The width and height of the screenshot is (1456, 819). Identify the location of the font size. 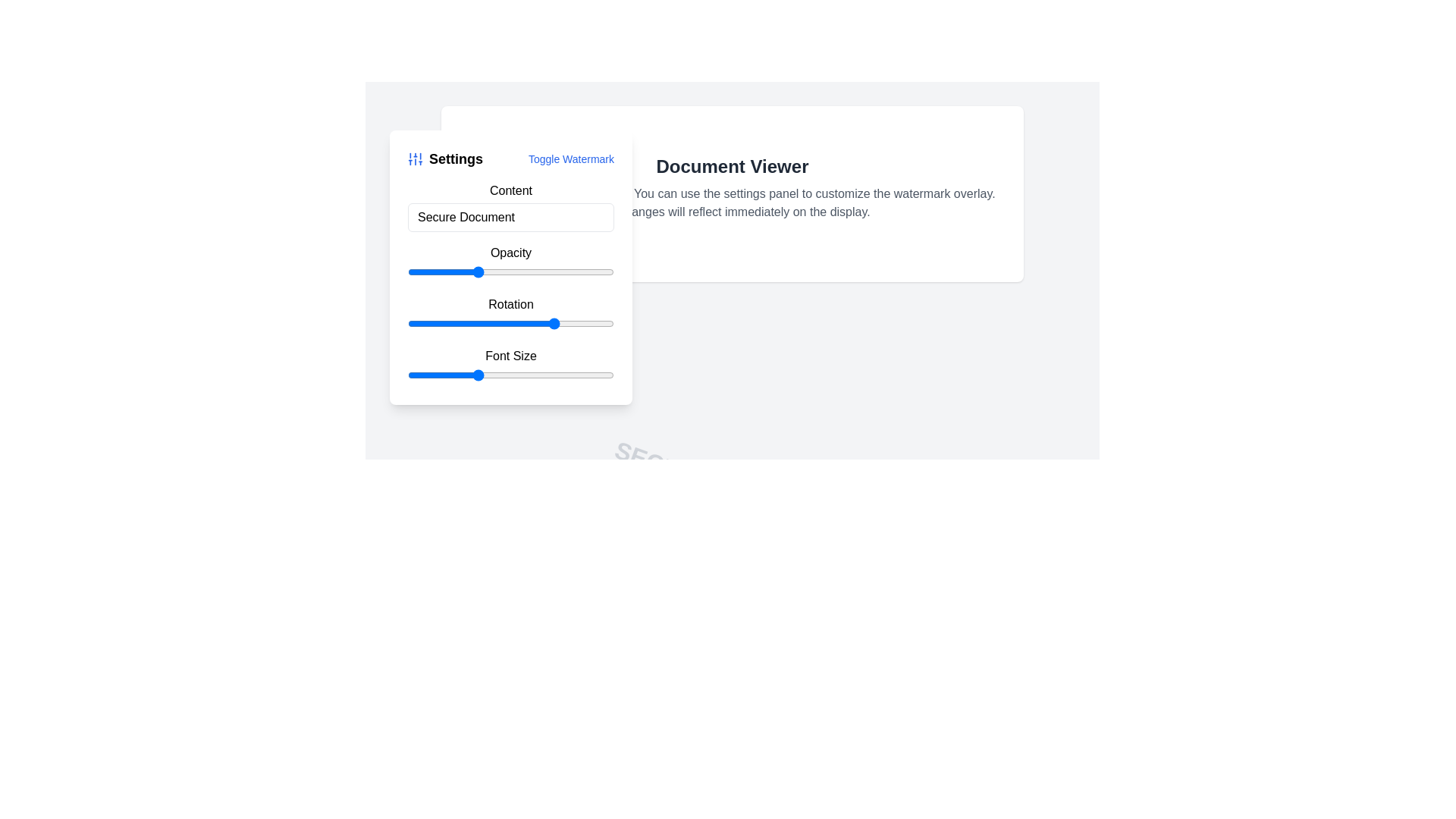
(416, 375).